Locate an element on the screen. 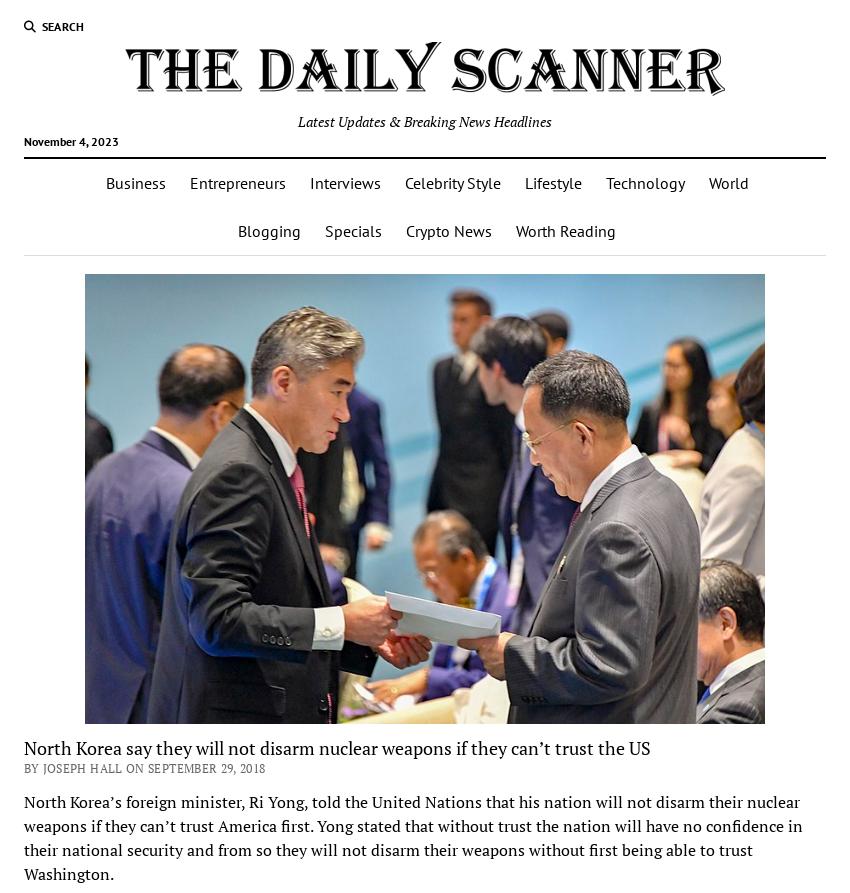 This screenshot has width=850, height=893. 'Entrepreneurs' is located at coordinates (236, 180).